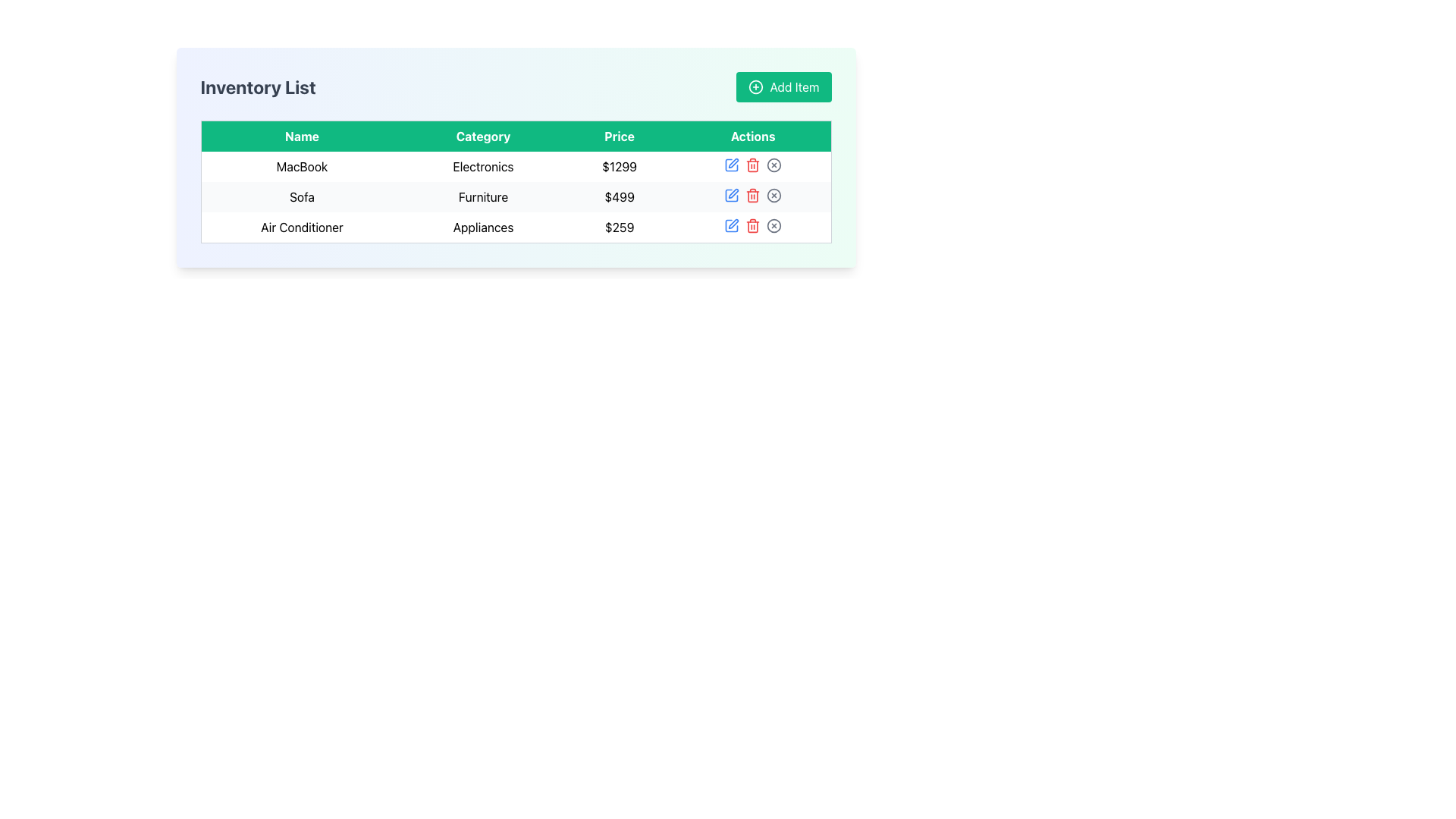 The height and width of the screenshot is (819, 1456). I want to click on the 'Add Item' button located in the top-right corner of the inventory list, which contains the decorative icon for adding an item, so click(756, 87).